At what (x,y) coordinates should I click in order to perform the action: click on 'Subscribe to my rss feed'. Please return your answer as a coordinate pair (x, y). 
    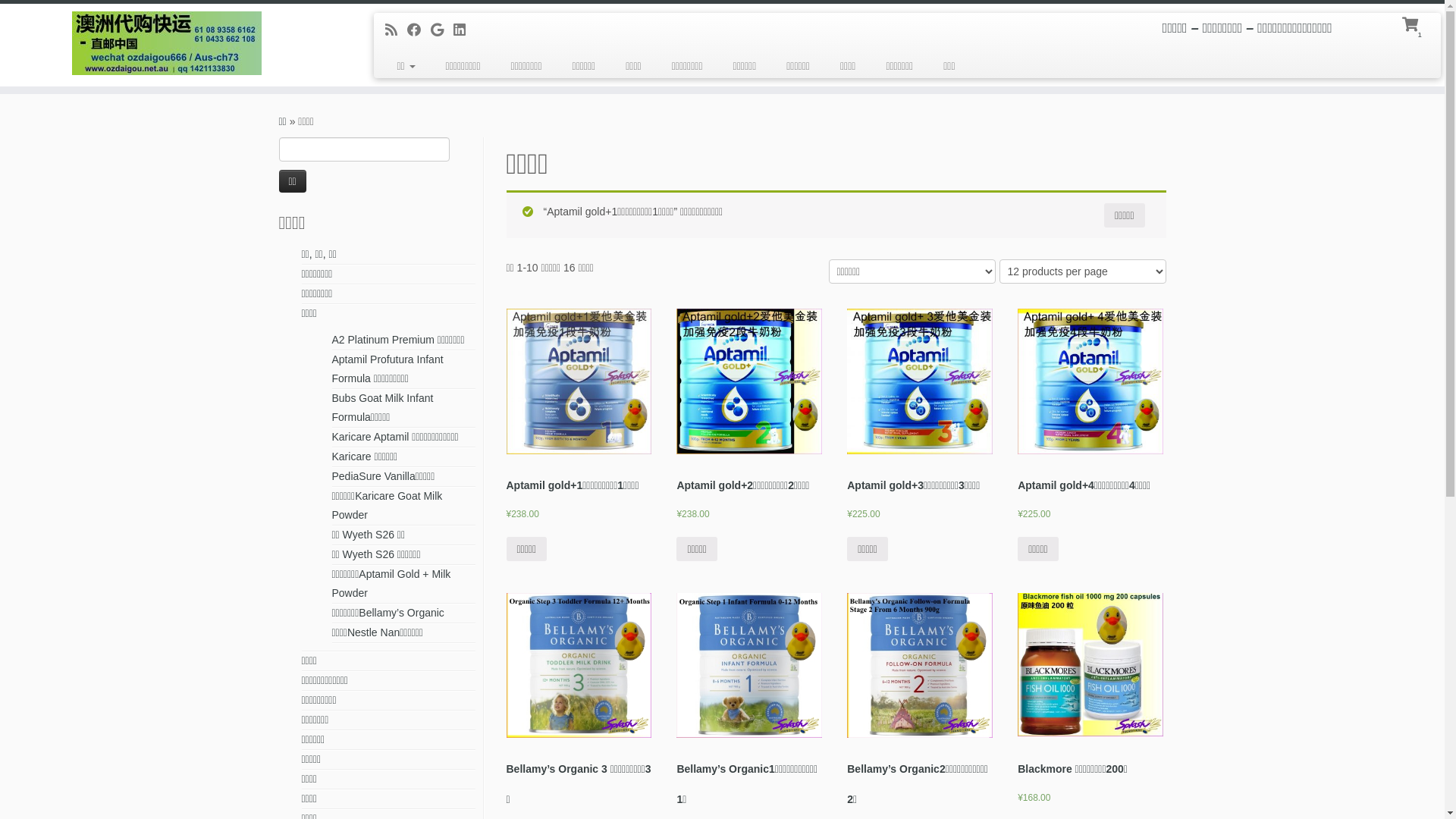
    Looking at the image, I should click on (396, 30).